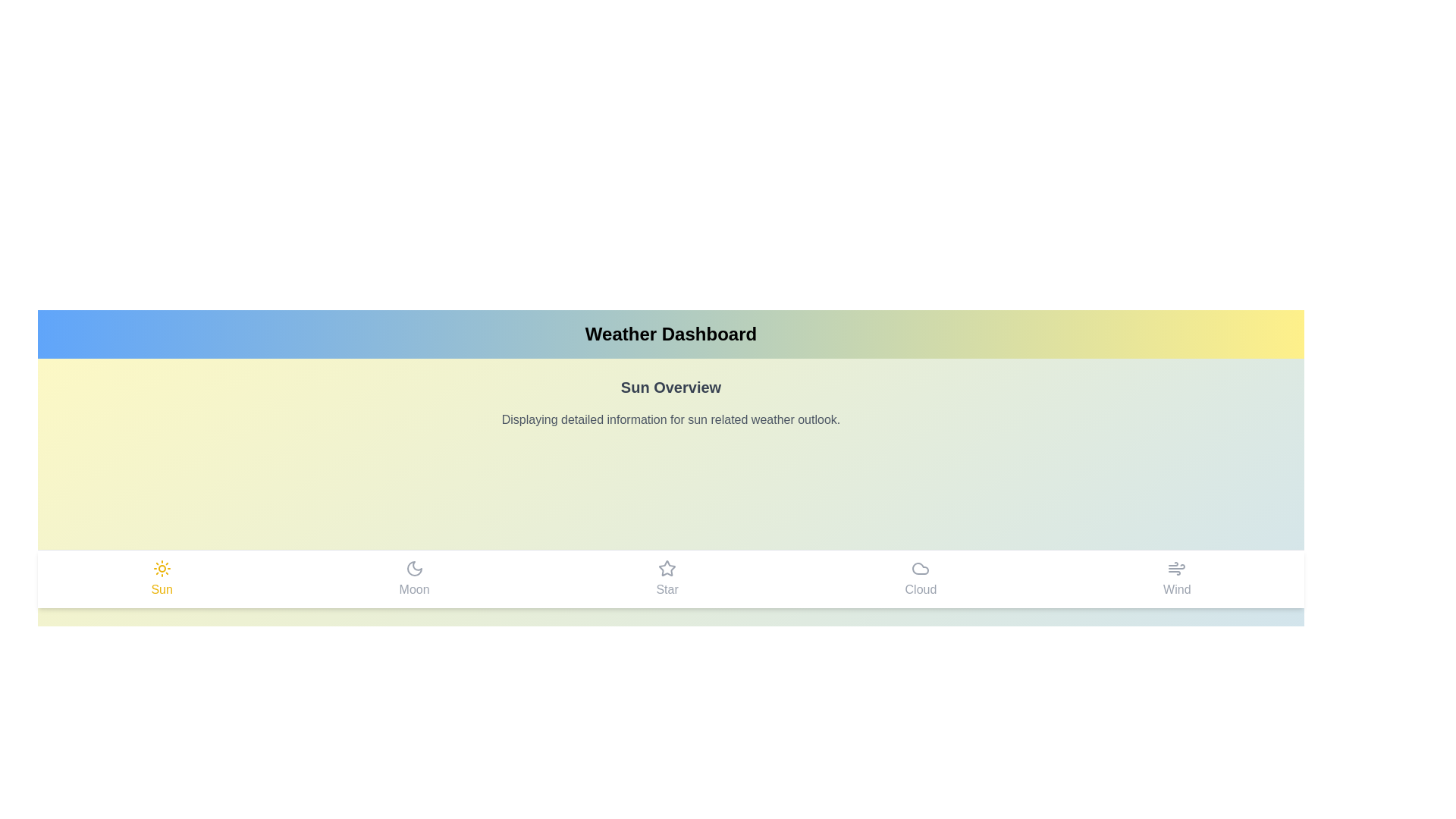 This screenshot has height=819, width=1456. I want to click on the Cloud tab in the navigation bar, so click(920, 579).